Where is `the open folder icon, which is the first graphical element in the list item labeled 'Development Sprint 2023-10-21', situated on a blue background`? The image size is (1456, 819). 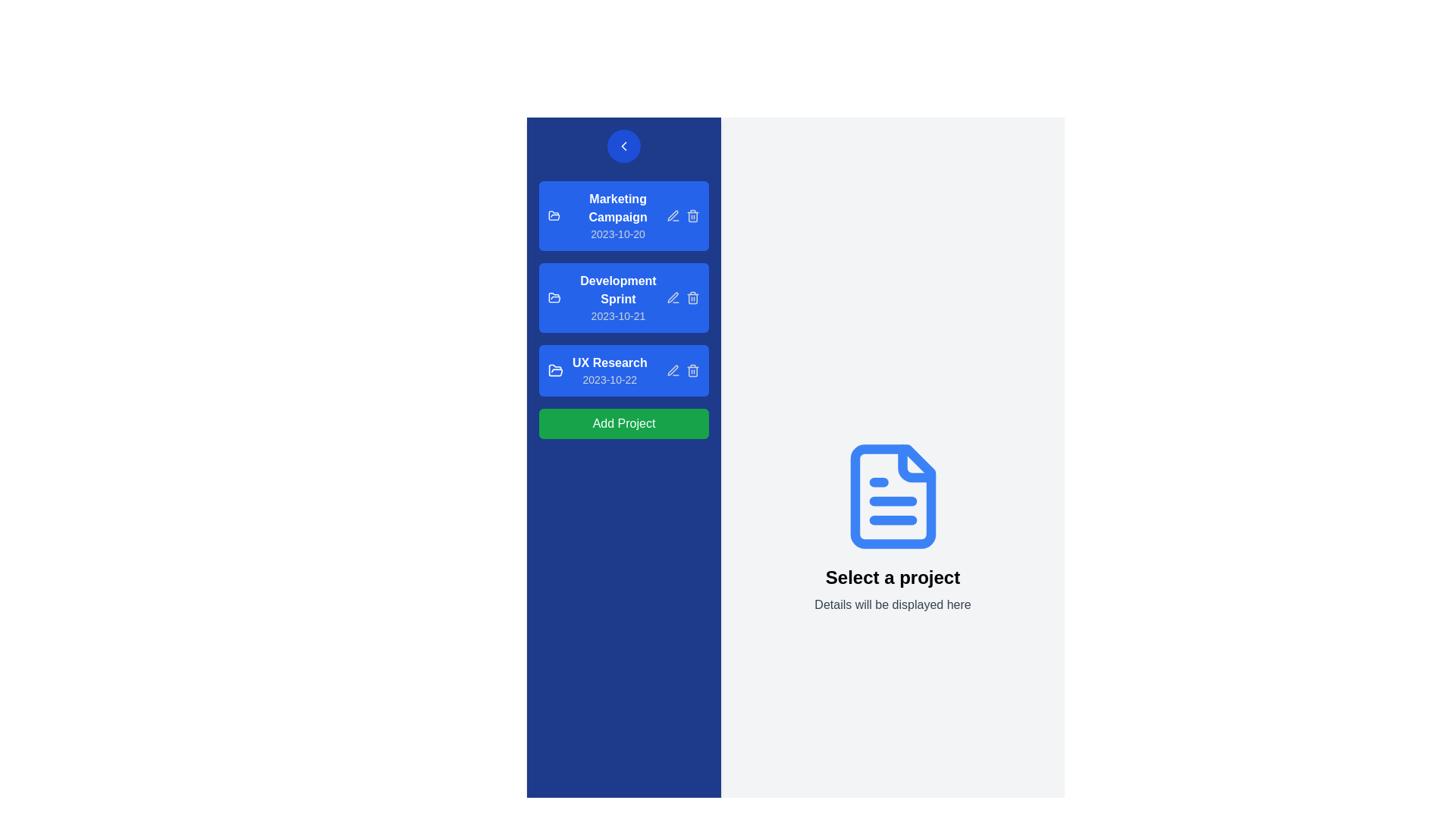
the open folder icon, which is the first graphical element in the list item labeled 'Development Sprint 2023-10-21', situated on a blue background is located at coordinates (554, 298).